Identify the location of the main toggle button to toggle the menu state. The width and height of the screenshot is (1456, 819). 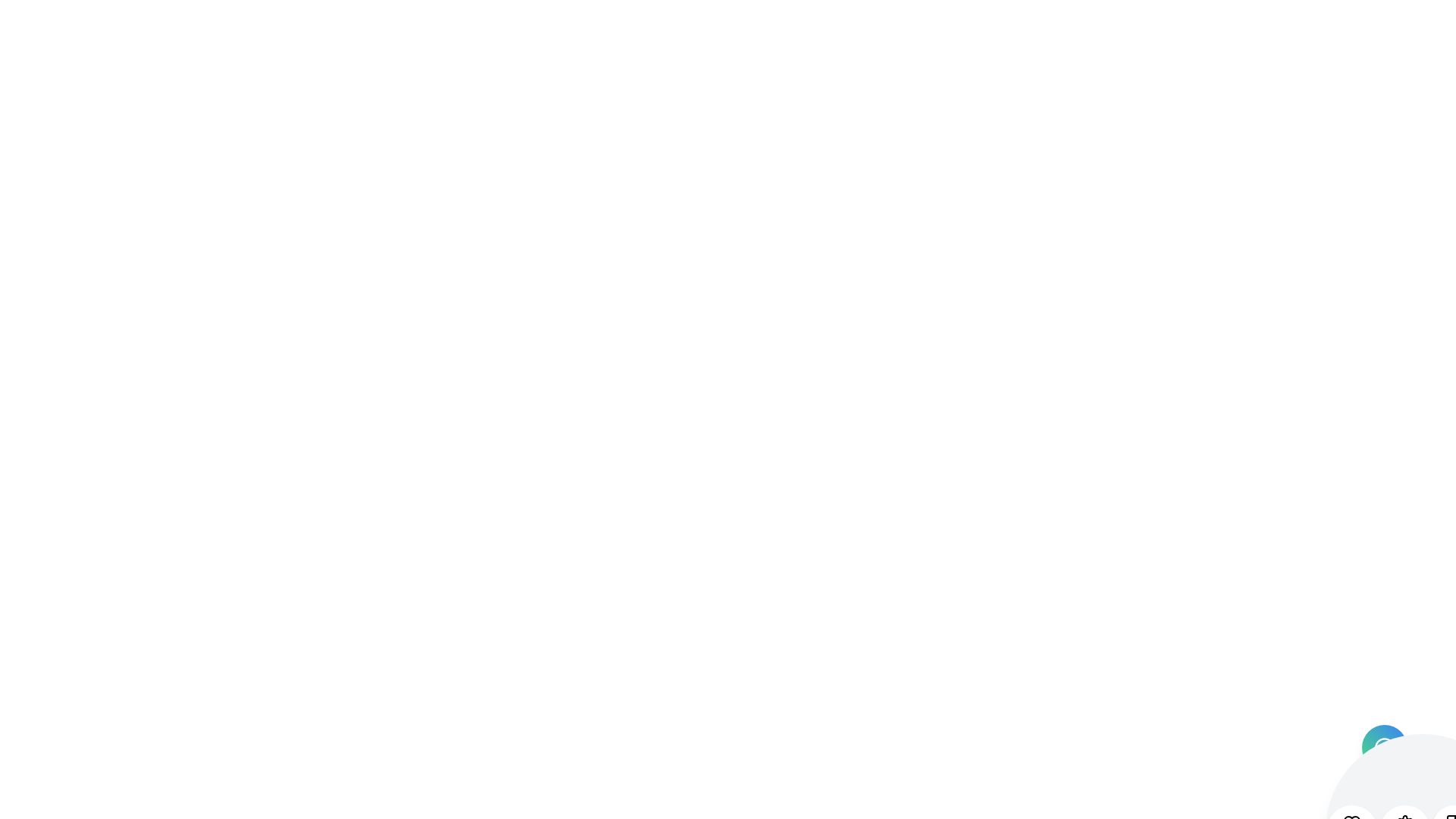
(1384, 747).